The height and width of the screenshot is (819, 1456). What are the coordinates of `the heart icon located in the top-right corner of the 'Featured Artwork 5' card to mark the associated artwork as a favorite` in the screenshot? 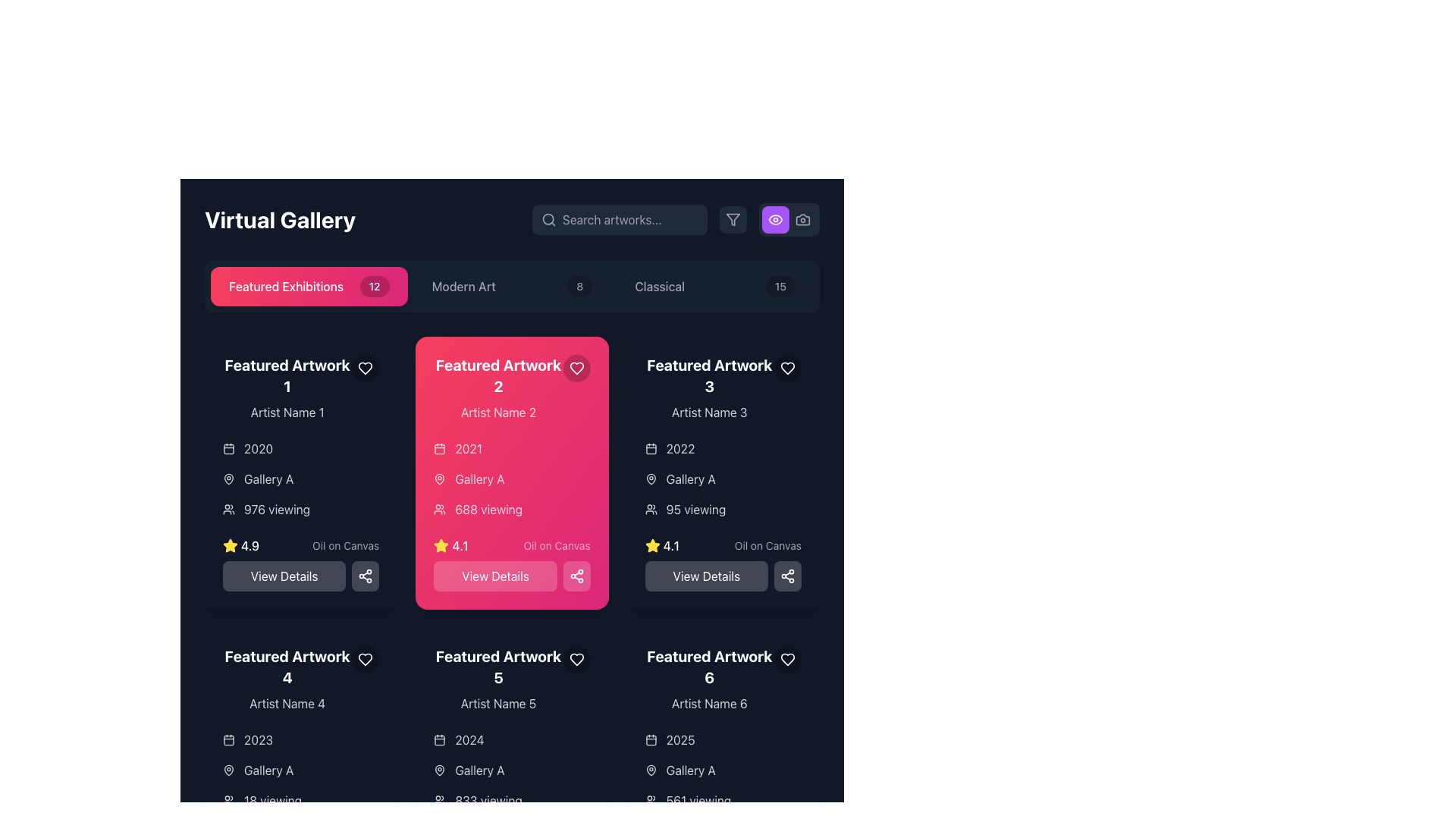 It's located at (576, 659).